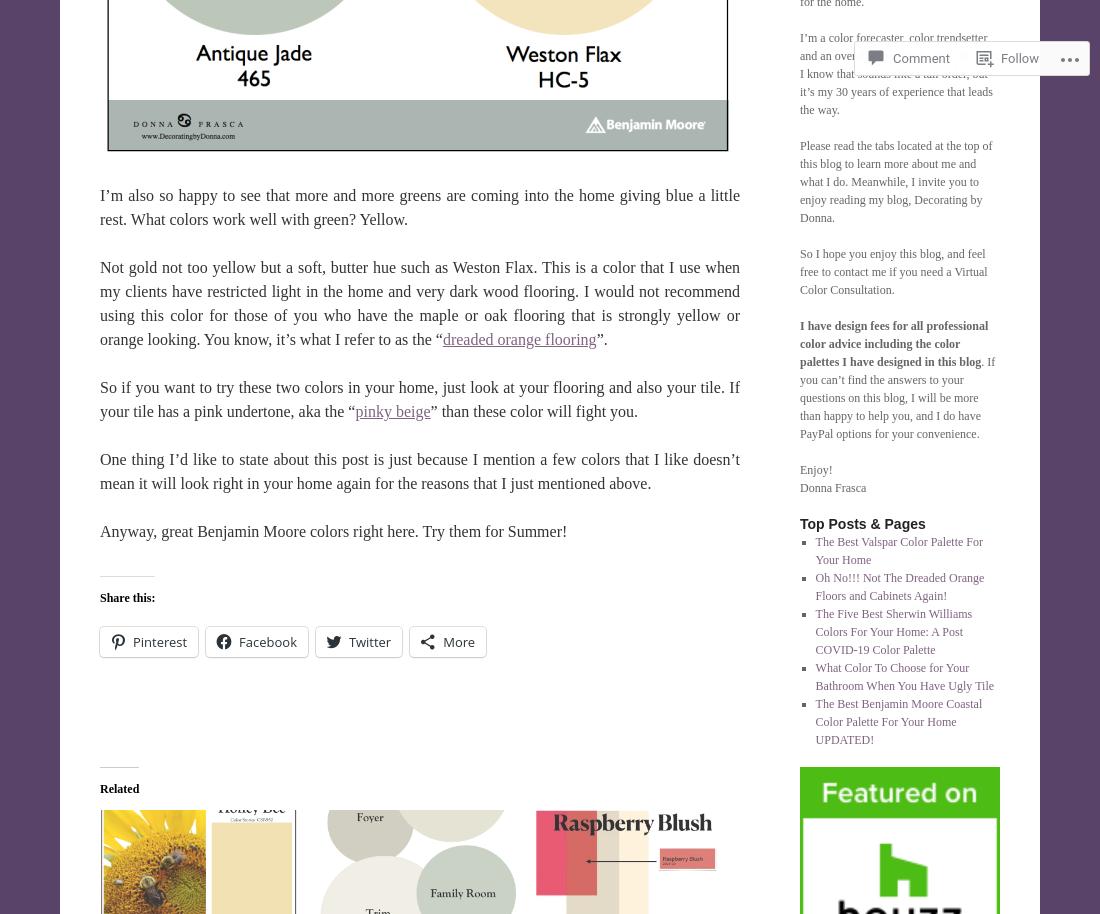 The width and height of the screenshot is (1100, 914). Describe the element at coordinates (814, 676) in the screenshot. I see `'What Color To Choose for Your Bathroom When You Have Ugly Tile'` at that location.